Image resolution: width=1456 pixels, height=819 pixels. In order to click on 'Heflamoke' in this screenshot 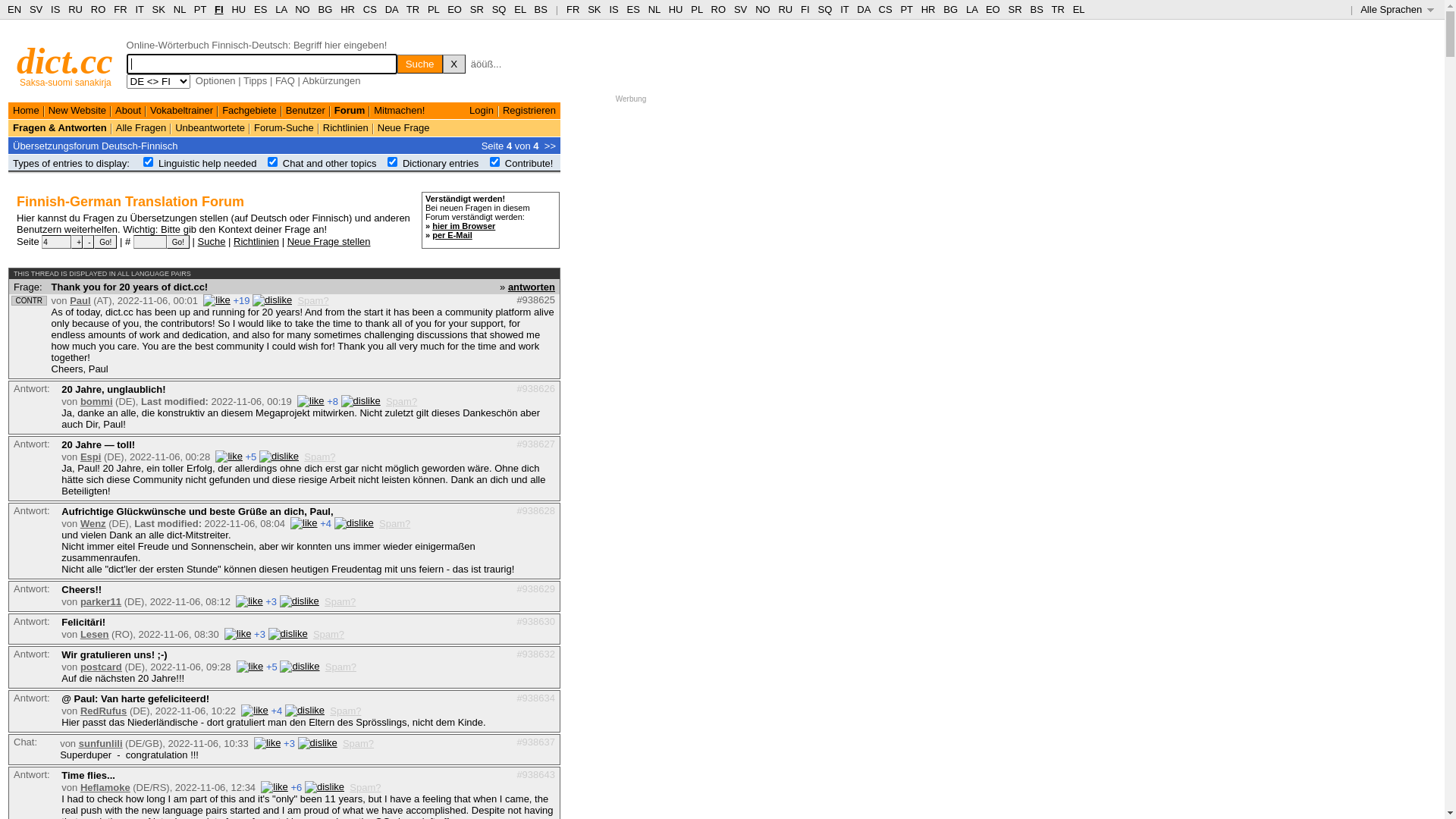, I will do `click(105, 786)`.